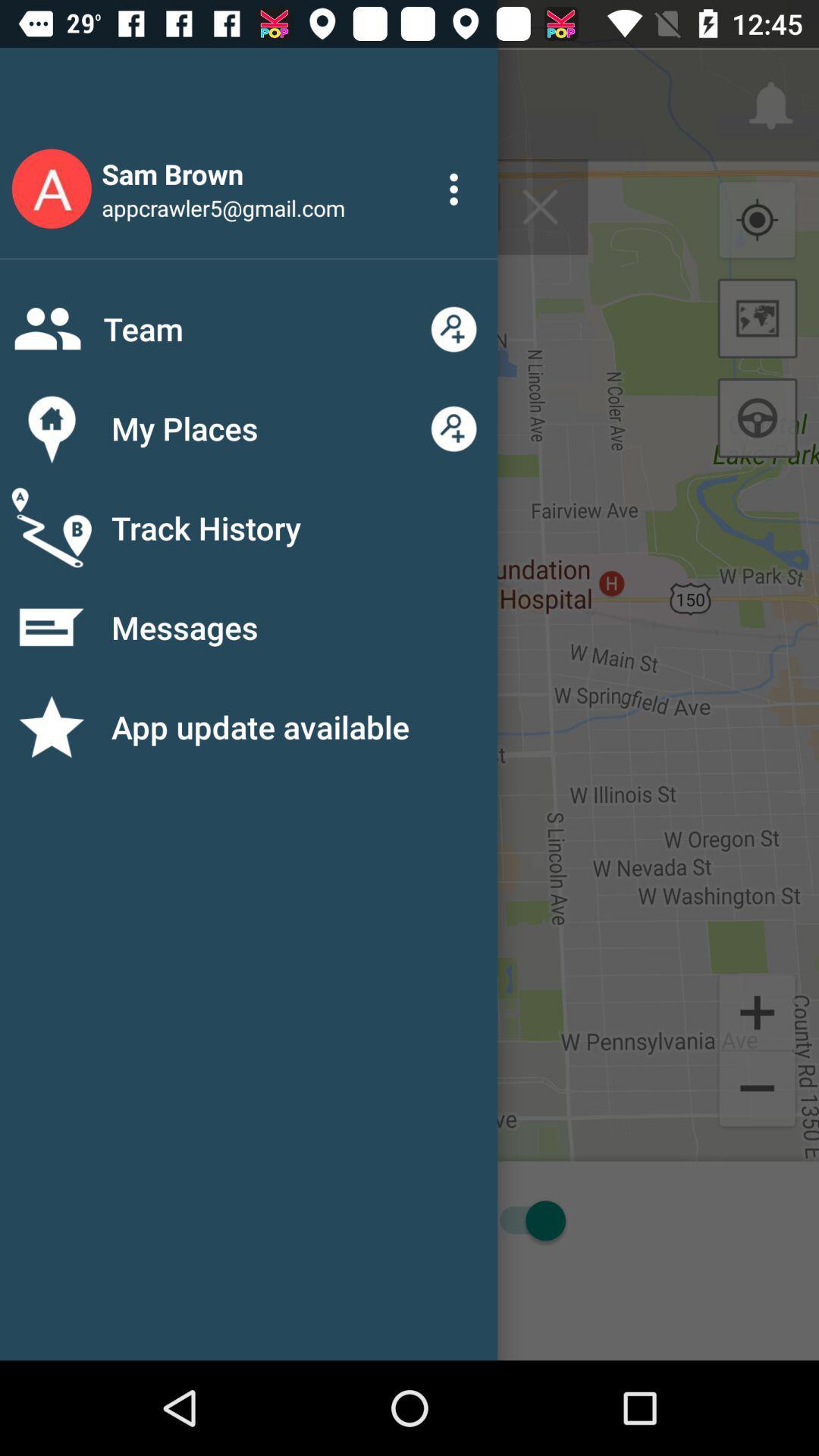  Describe the element at coordinates (757, 1090) in the screenshot. I see `the minus icon` at that location.